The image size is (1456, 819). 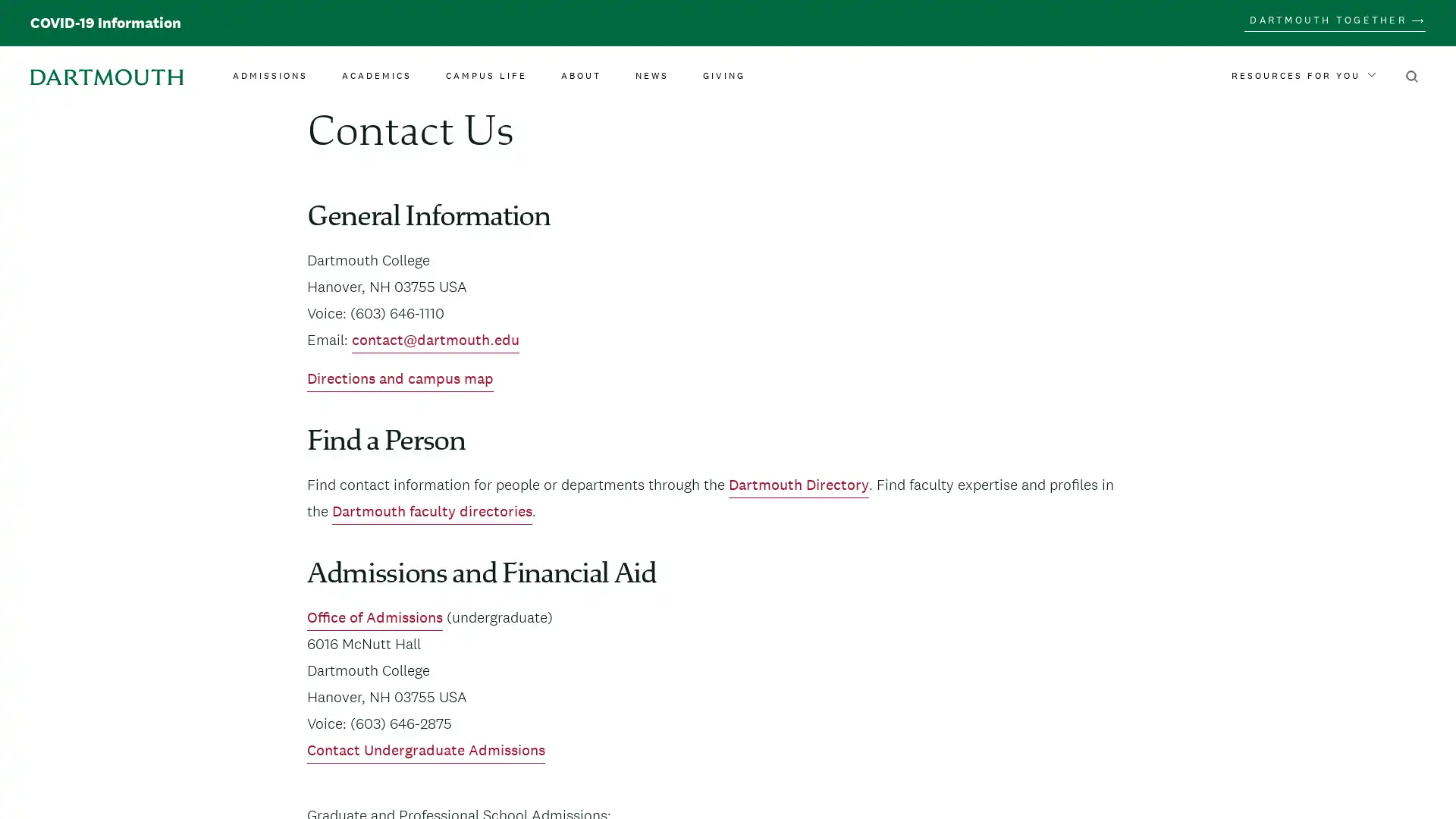 I want to click on Search, so click(x=1411, y=76).